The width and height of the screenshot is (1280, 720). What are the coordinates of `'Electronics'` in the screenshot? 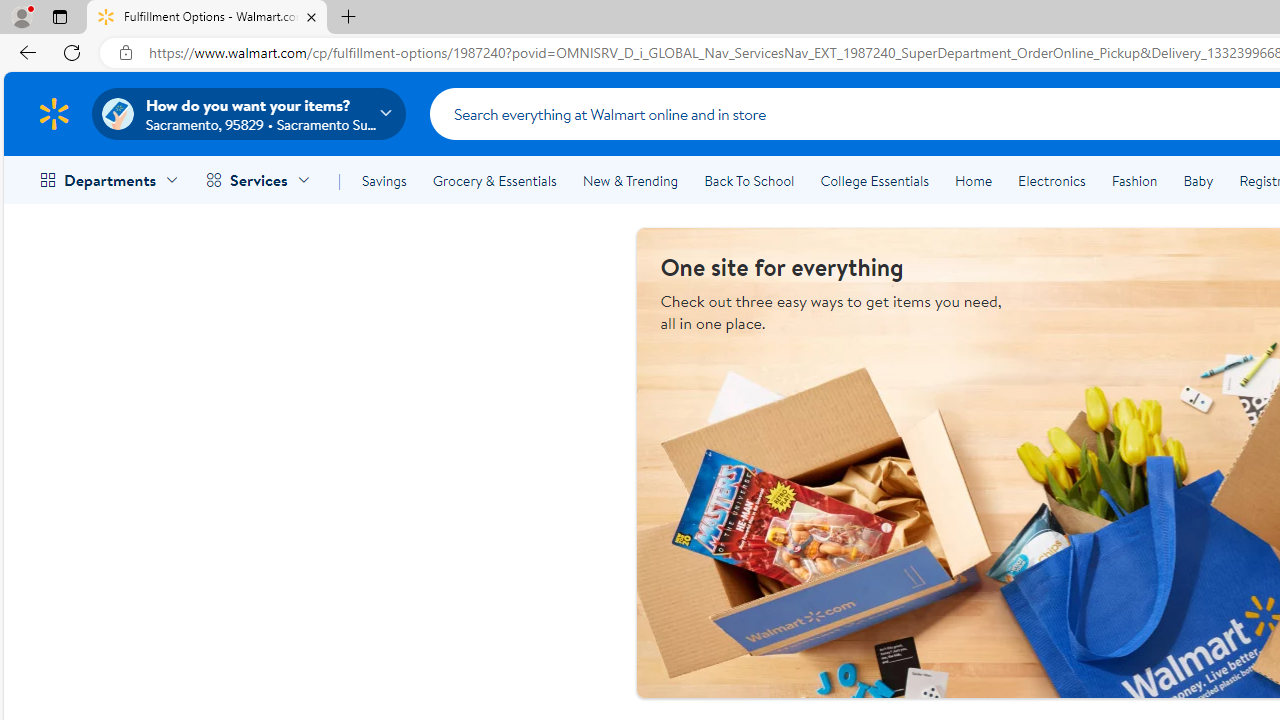 It's located at (1050, 181).